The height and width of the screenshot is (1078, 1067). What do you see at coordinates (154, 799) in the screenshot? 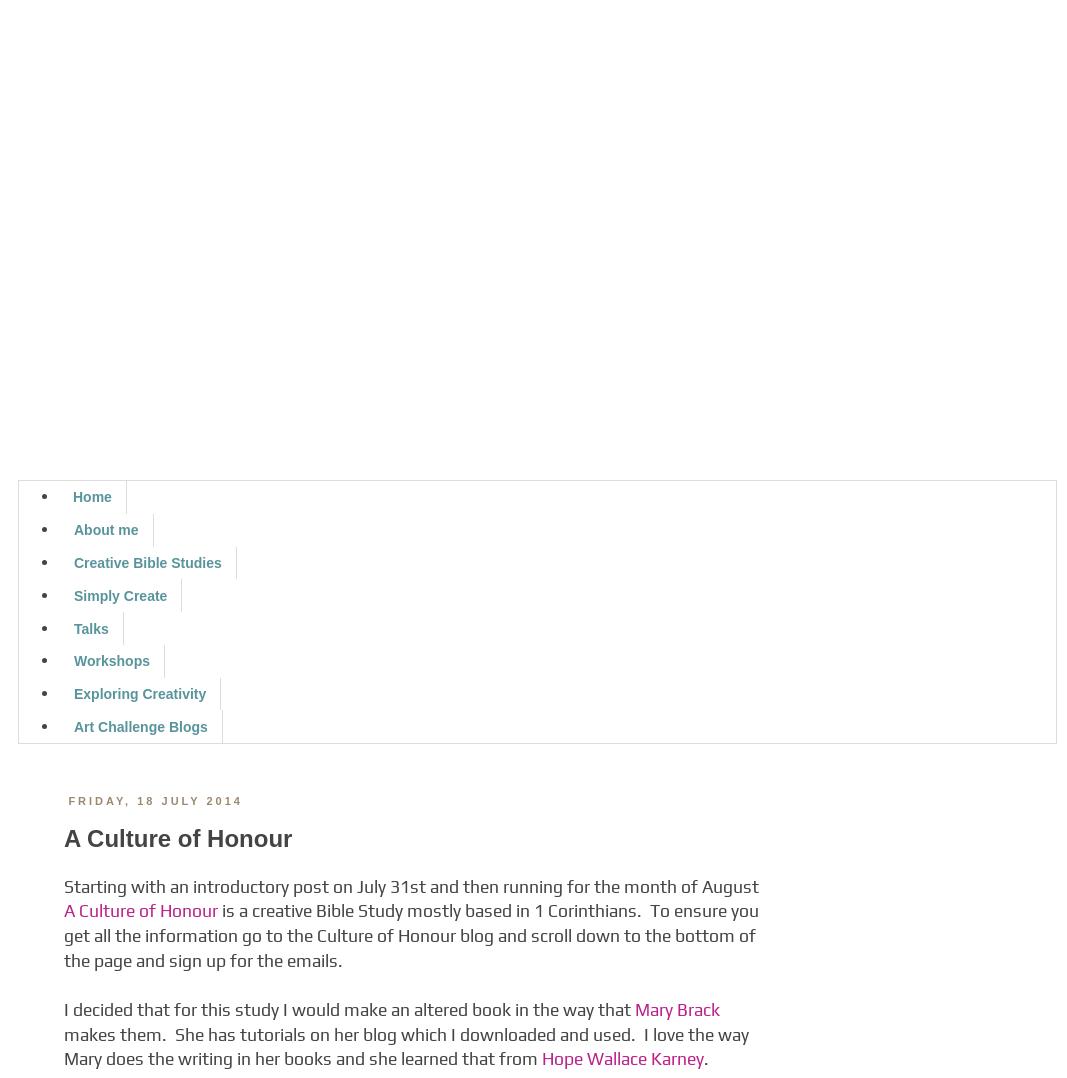
I see `'Friday, 18 July 2014'` at bounding box center [154, 799].